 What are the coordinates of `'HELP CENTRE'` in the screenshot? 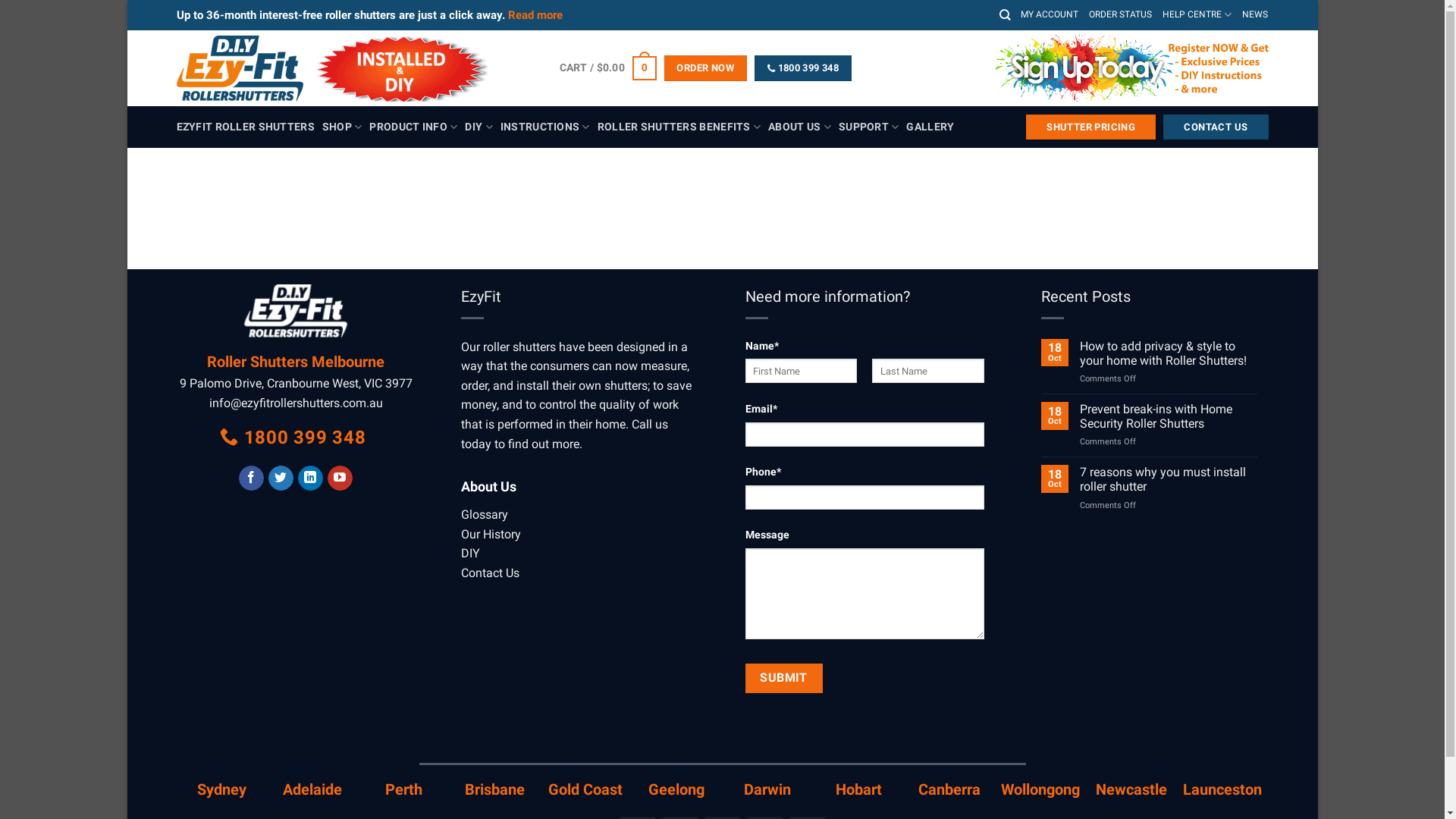 It's located at (1196, 14).